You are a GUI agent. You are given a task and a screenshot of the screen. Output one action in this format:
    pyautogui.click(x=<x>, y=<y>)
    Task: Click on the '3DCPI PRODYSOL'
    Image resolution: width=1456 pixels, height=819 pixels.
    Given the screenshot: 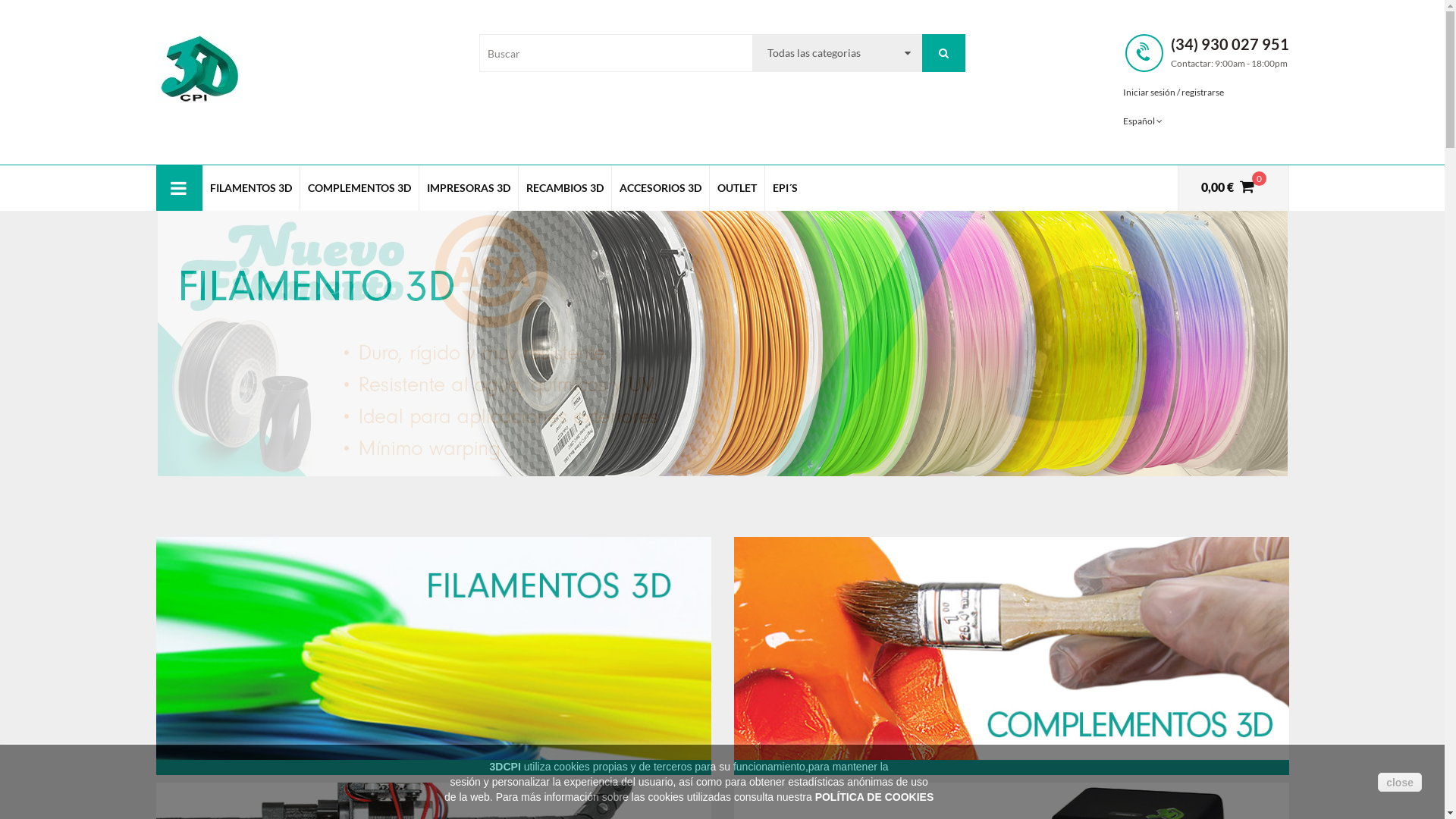 What is the action you would take?
    pyautogui.click(x=199, y=65)
    